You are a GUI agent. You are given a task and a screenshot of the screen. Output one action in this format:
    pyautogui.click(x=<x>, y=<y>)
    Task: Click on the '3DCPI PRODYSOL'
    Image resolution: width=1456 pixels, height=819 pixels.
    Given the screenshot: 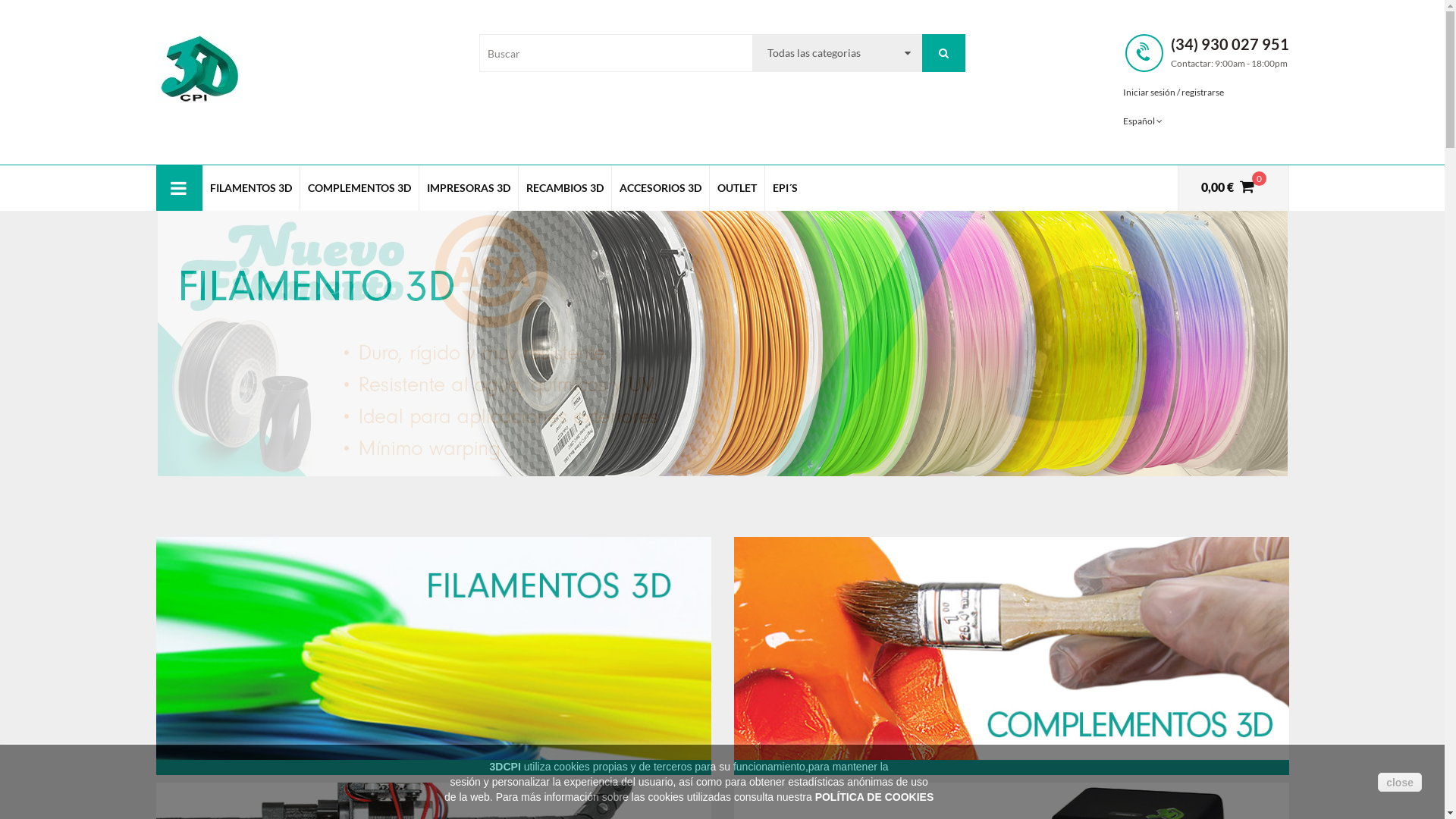 What is the action you would take?
    pyautogui.click(x=199, y=65)
    